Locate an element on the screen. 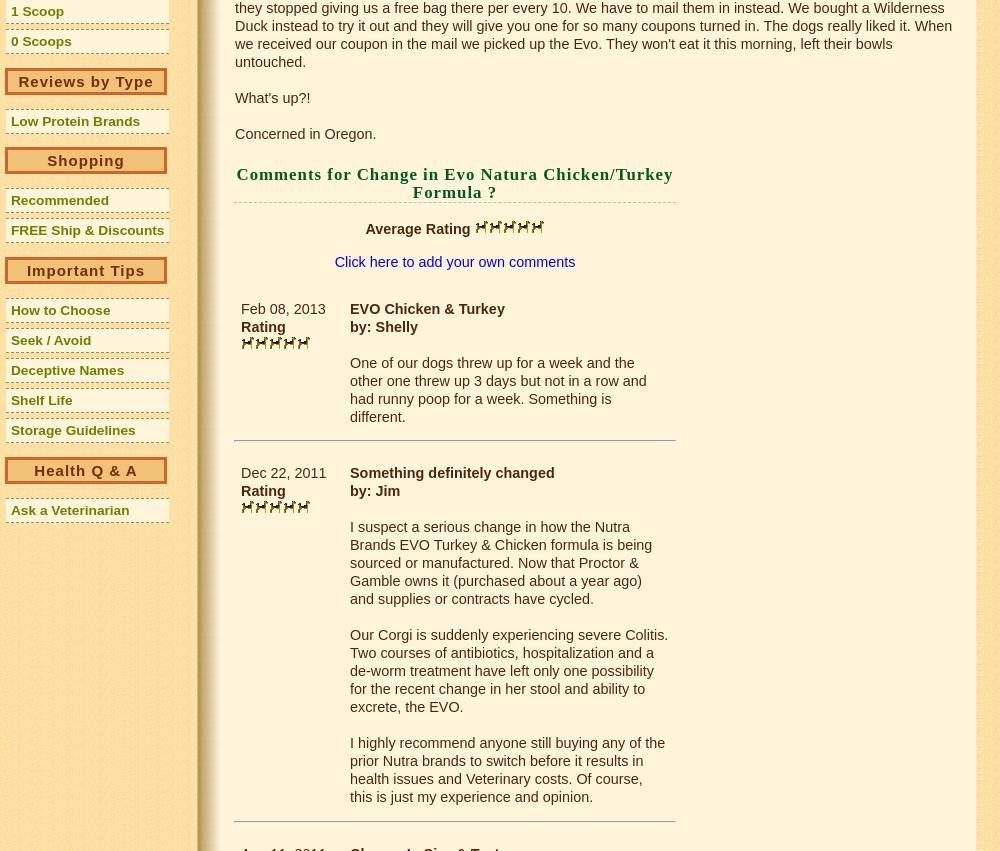  'Click here to add your own comments' is located at coordinates (333, 260).